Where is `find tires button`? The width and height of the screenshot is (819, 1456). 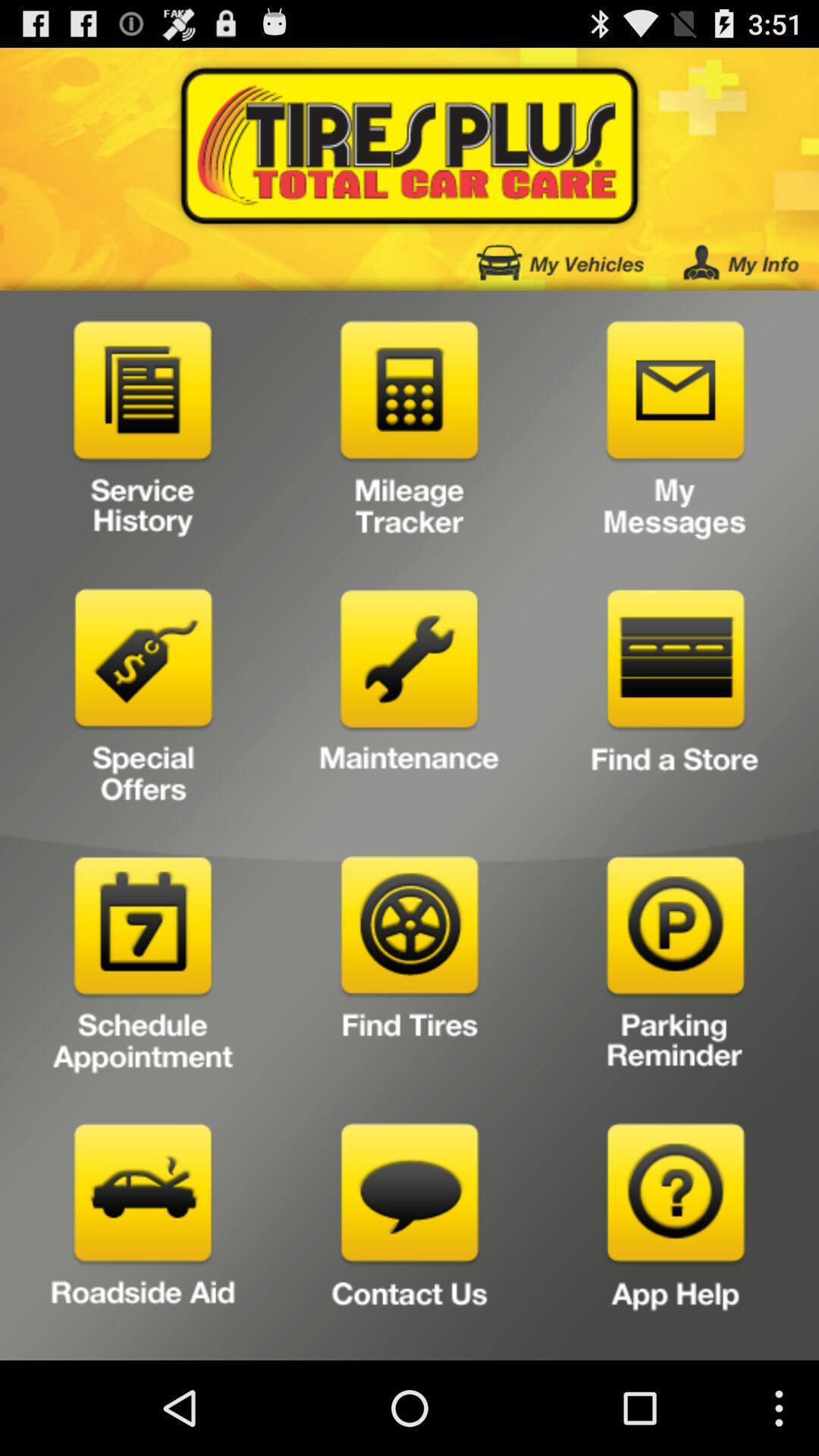 find tires button is located at coordinates (409, 968).